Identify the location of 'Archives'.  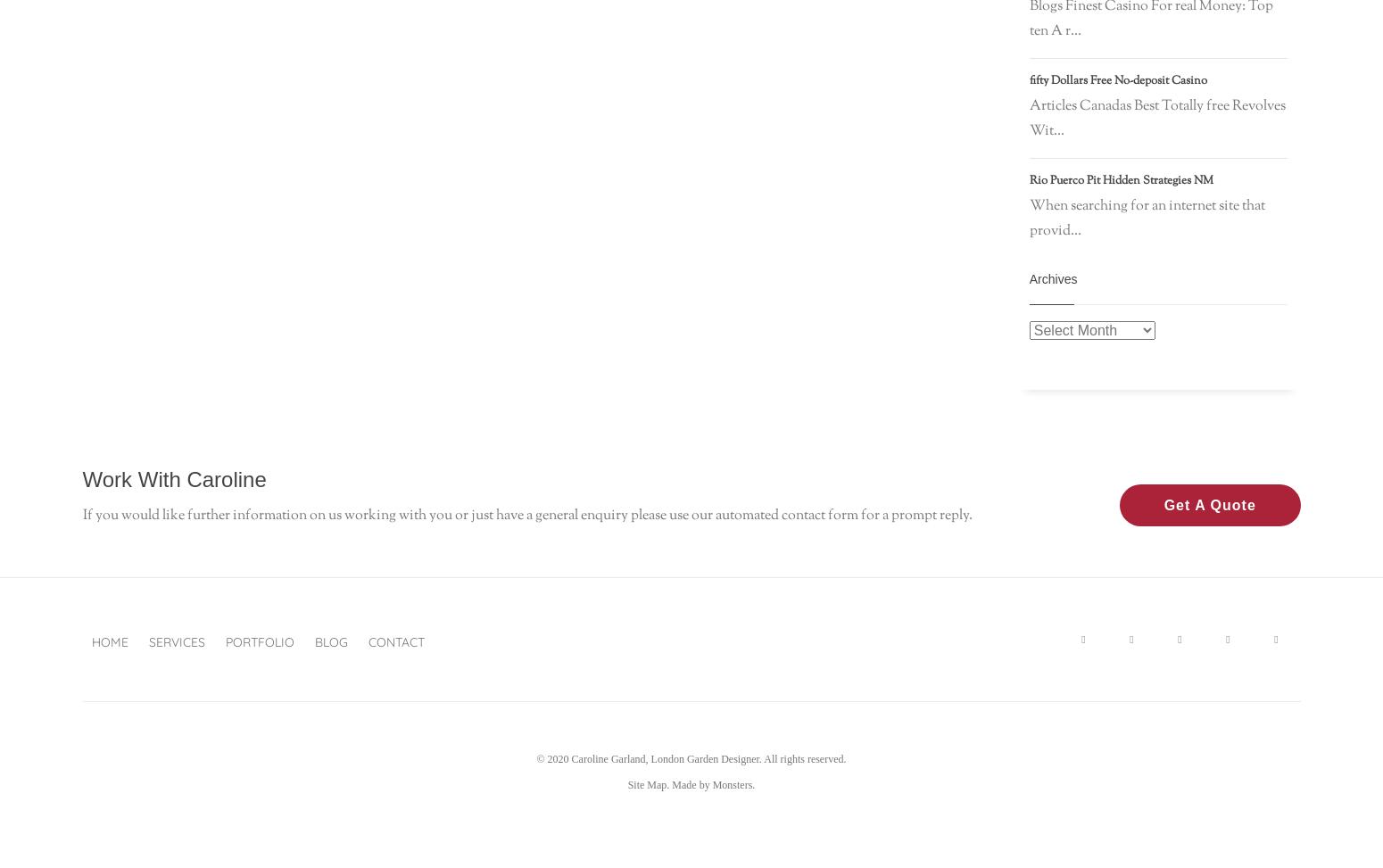
(1053, 279).